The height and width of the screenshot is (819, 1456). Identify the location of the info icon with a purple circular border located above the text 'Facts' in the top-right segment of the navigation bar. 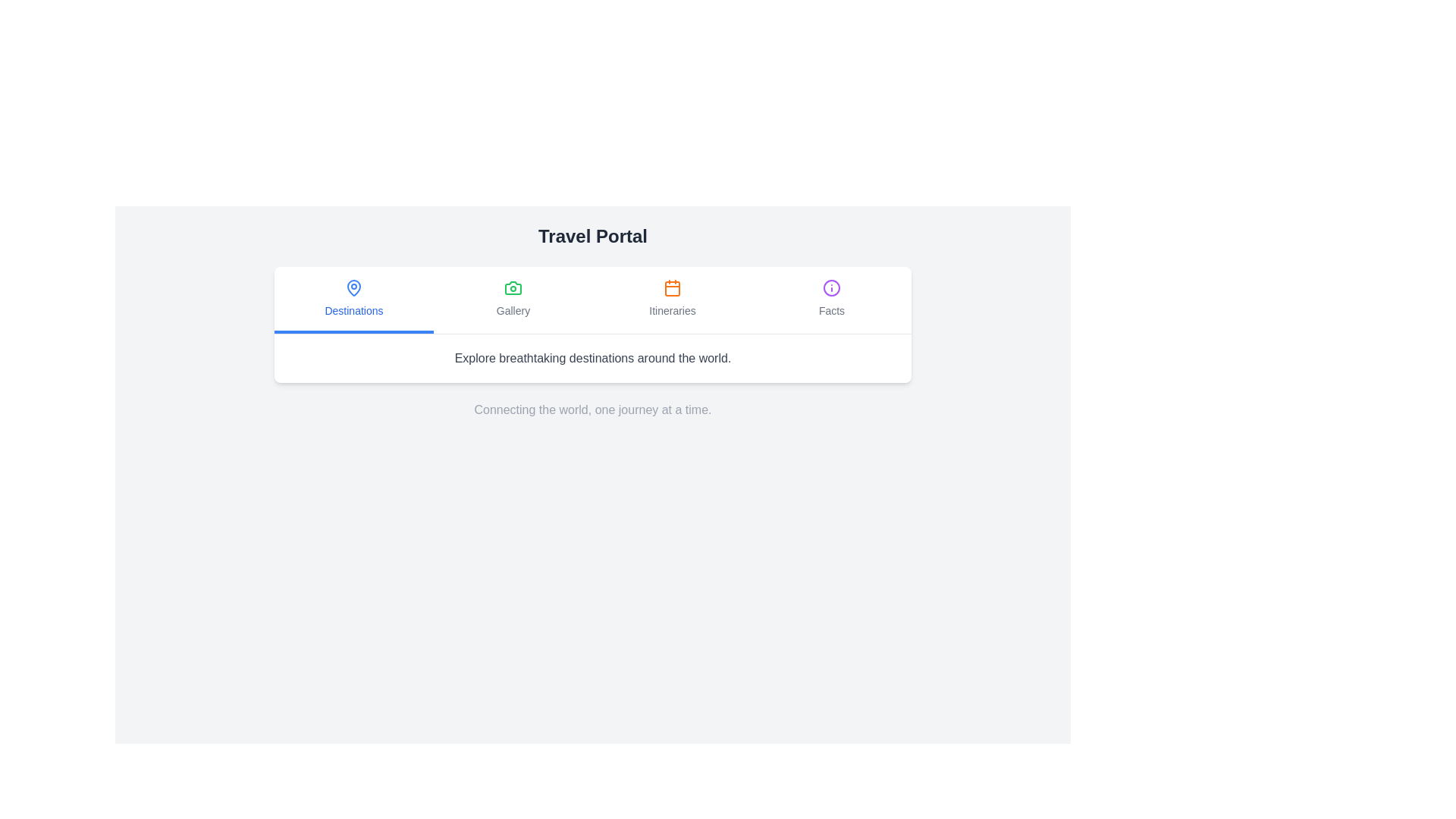
(831, 288).